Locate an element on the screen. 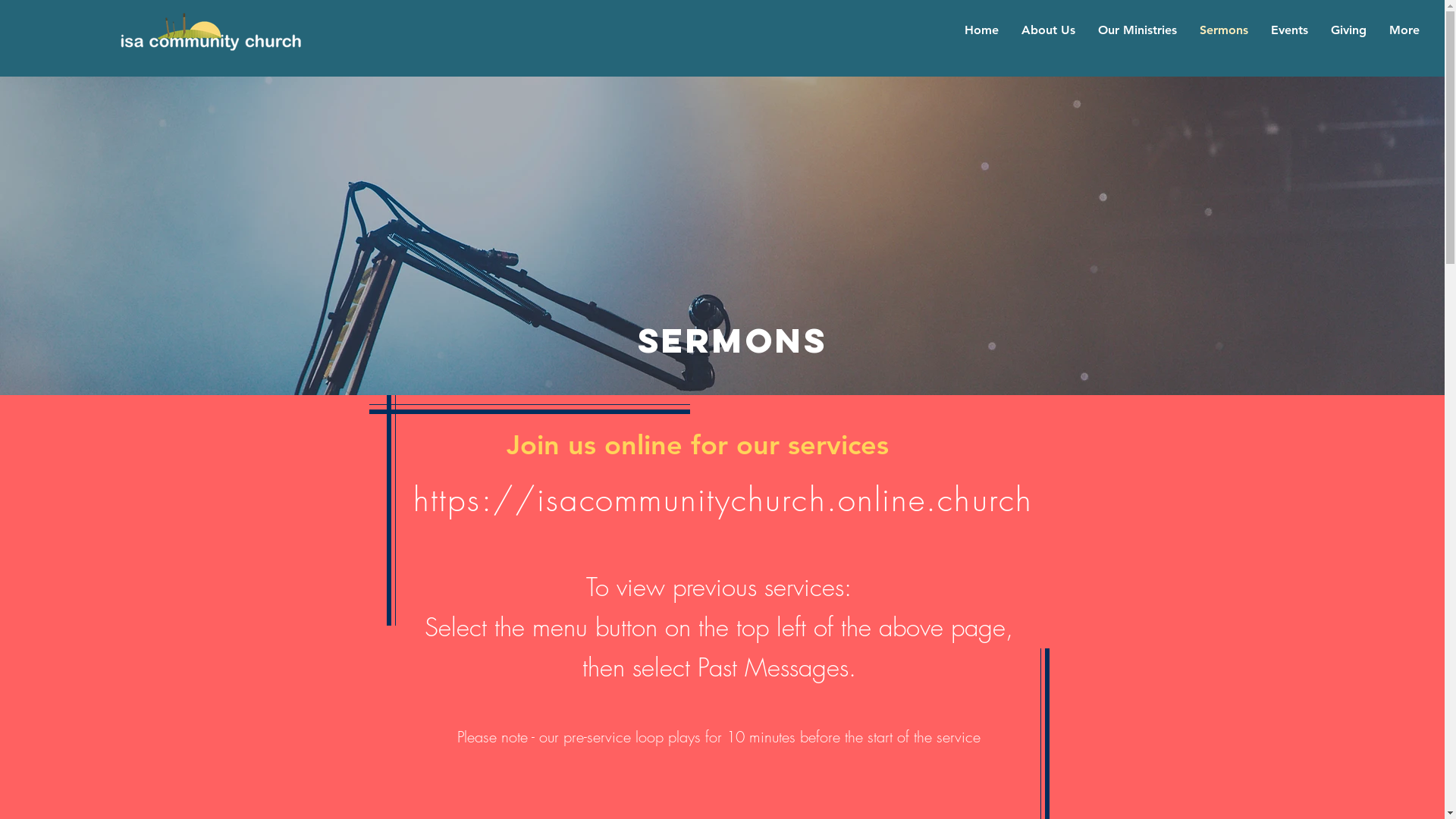  'Our Ministries' is located at coordinates (1136, 30).